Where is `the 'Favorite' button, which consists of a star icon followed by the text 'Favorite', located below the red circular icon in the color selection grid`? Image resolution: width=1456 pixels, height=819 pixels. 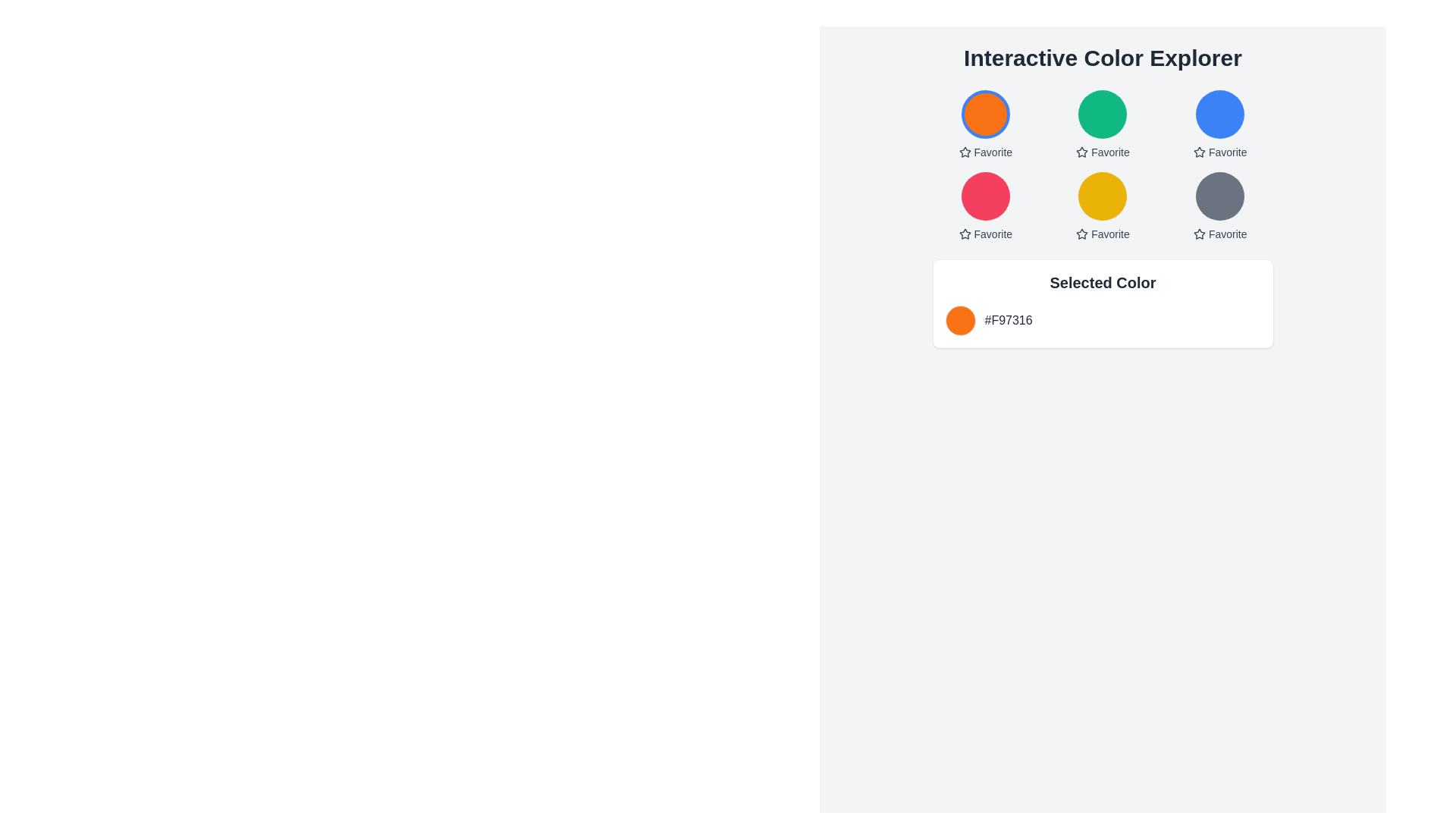 the 'Favorite' button, which consists of a star icon followed by the text 'Favorite', located below the red circular icon in the color selection grid is located at coordinates (985, 234).